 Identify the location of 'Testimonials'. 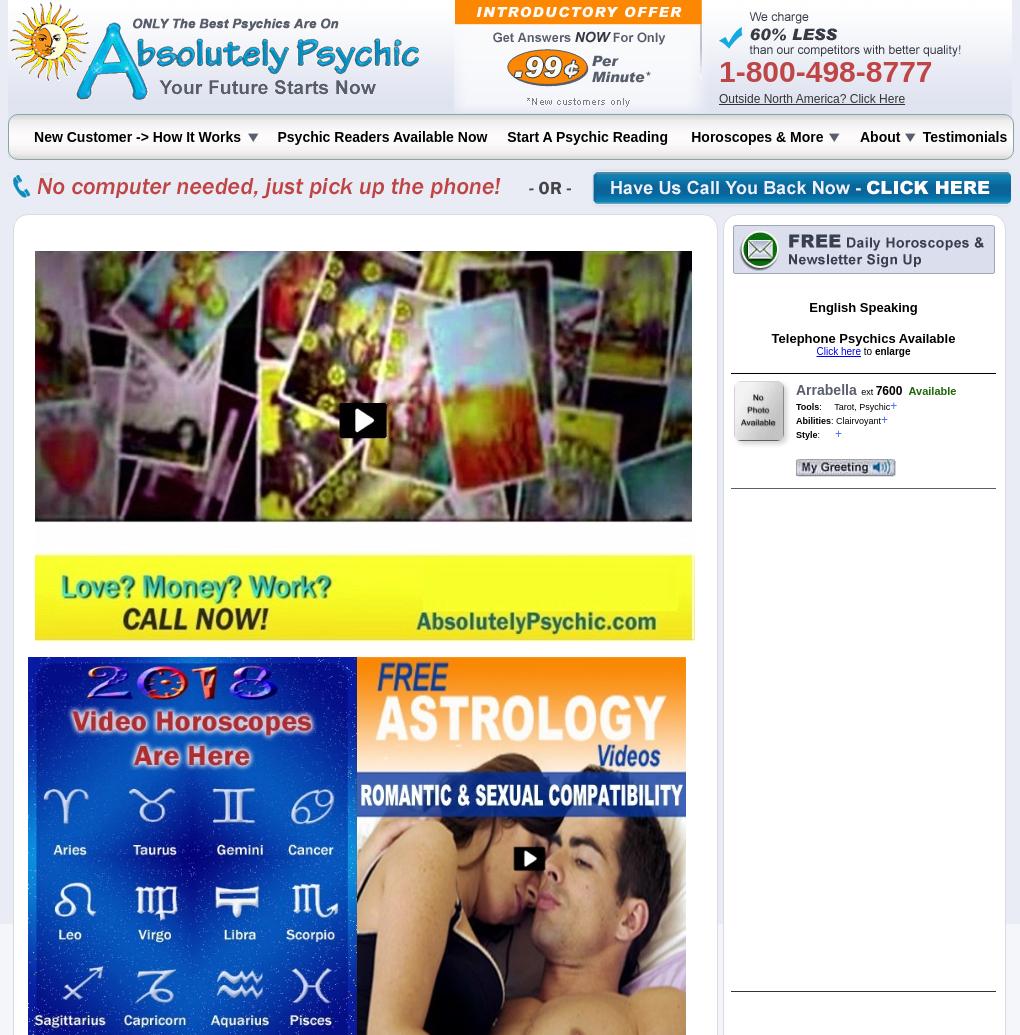
(963, 137).